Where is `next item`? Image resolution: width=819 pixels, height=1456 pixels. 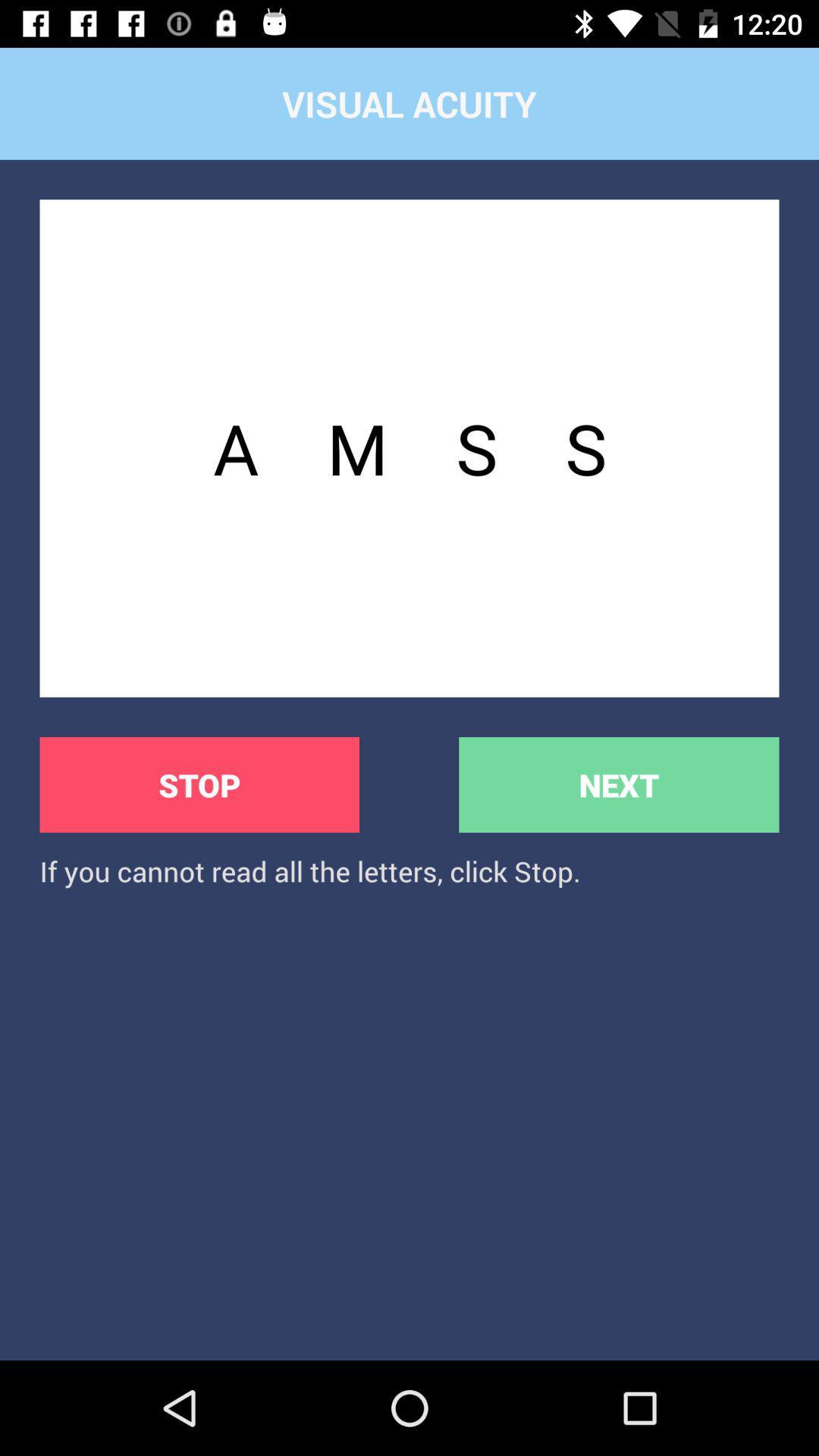 next item is located at coordinates (619, 785).